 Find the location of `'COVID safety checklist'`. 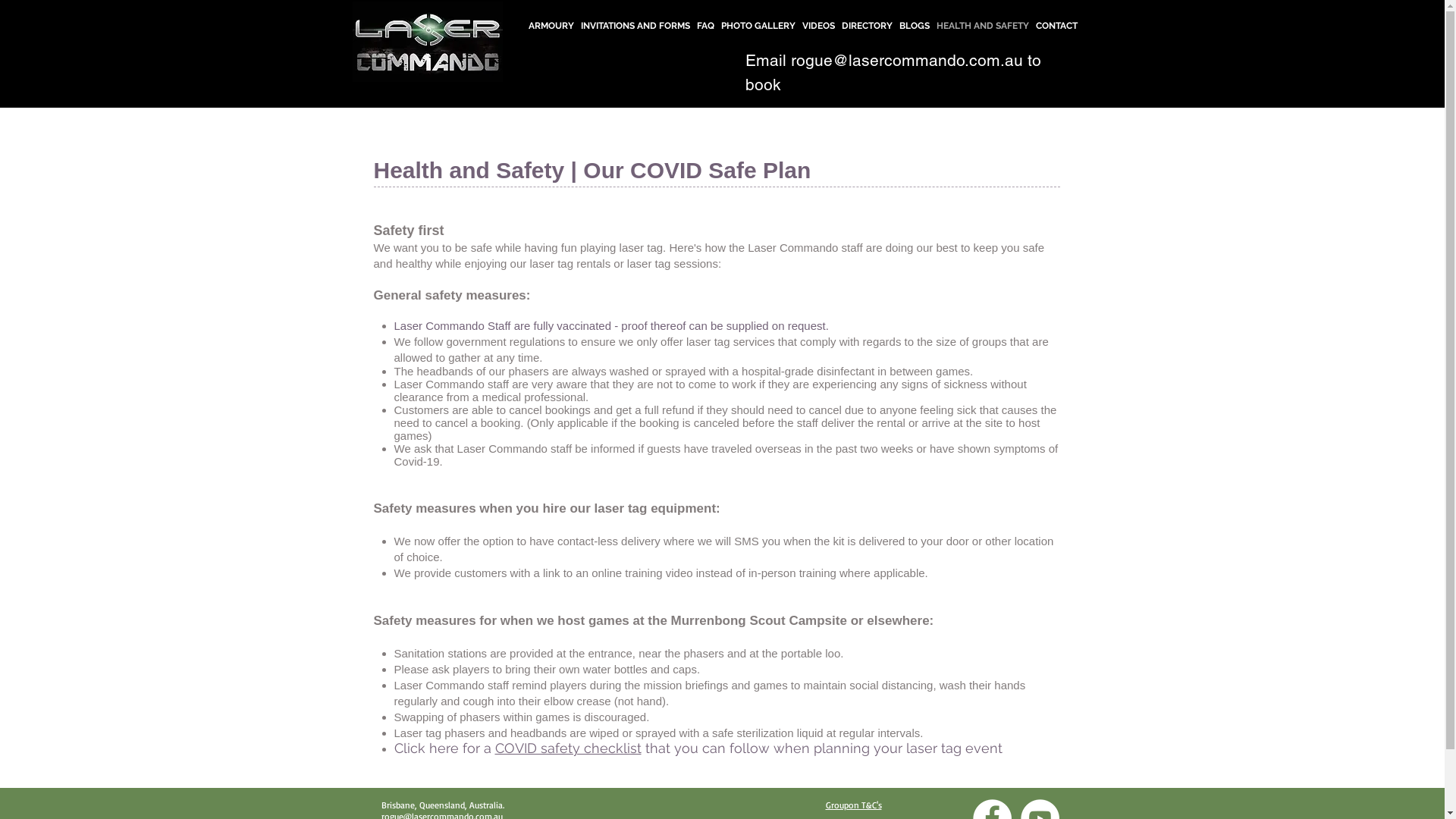

'COVID safety checklist' is located at coordinates (494, 747).